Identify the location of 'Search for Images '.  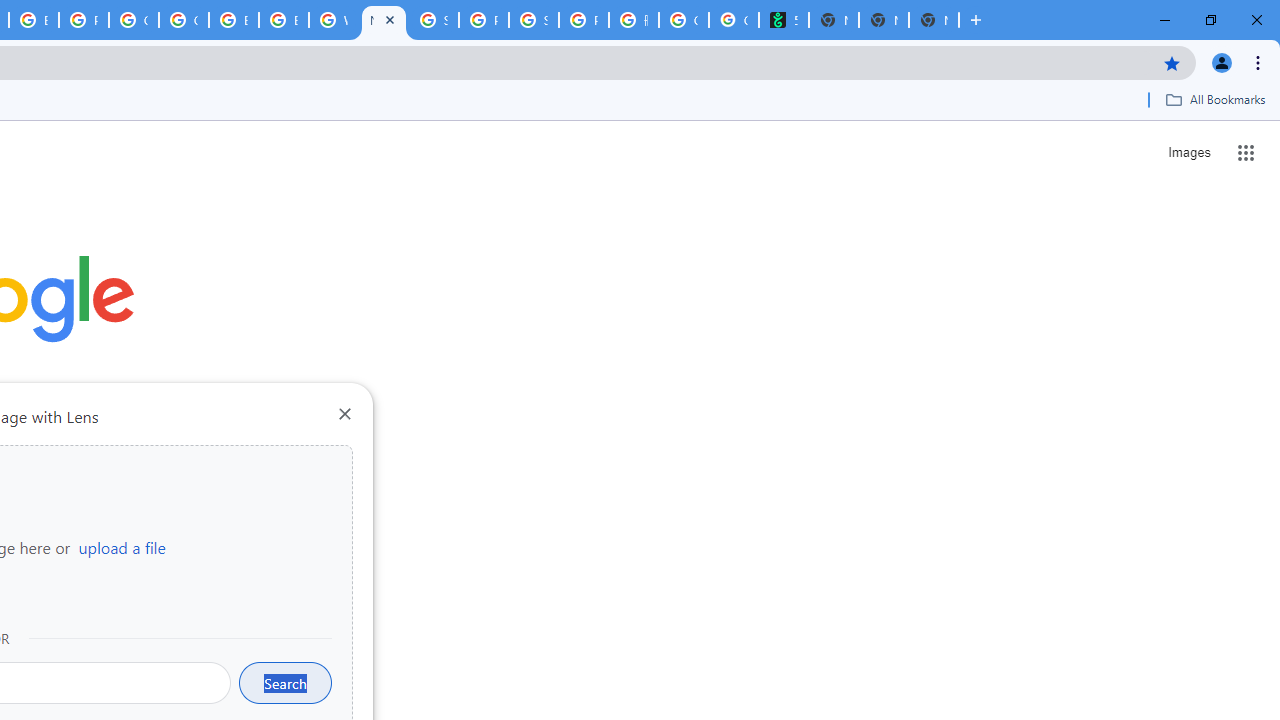
(1189, 152).